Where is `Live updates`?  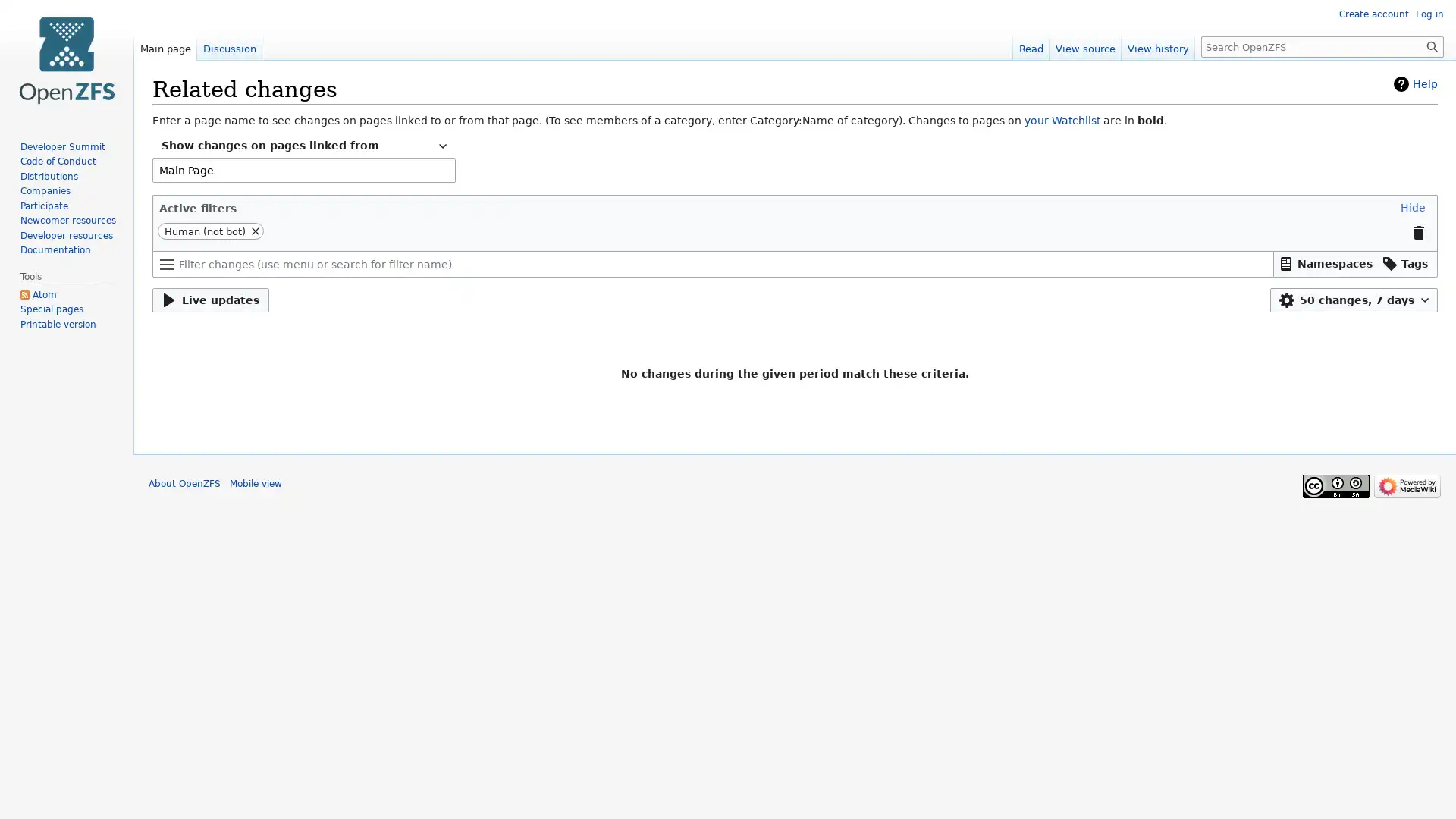
Live updates is located at coordinates (210, 300).